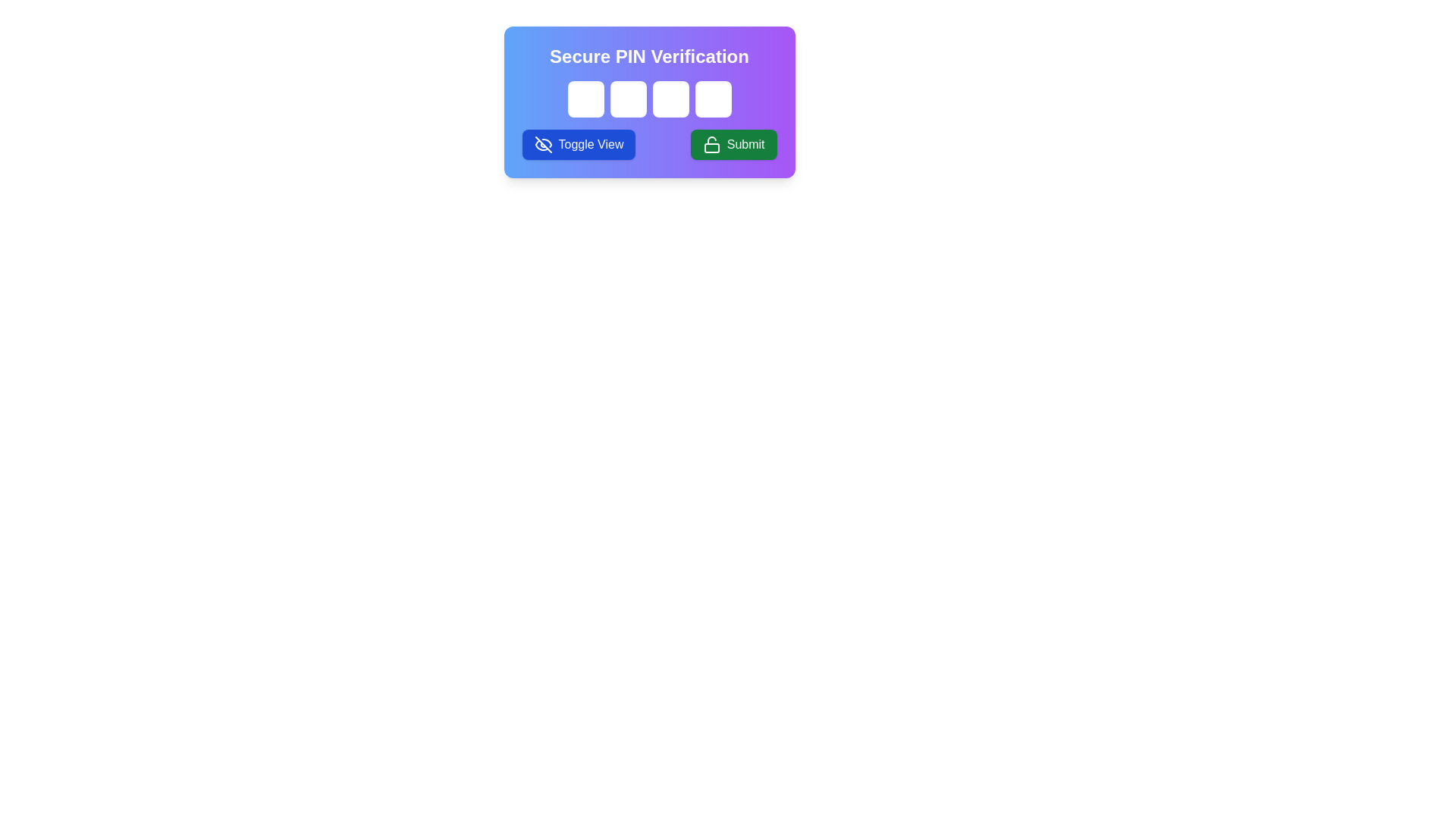 The height and width of the screenshot is (819, 1456). What do you see at coordinates (649, 102) in the screenshot?
I see `the input field within the 'Secure PIN Verification' card layout to focus on it` at bounding box center [649, 102].